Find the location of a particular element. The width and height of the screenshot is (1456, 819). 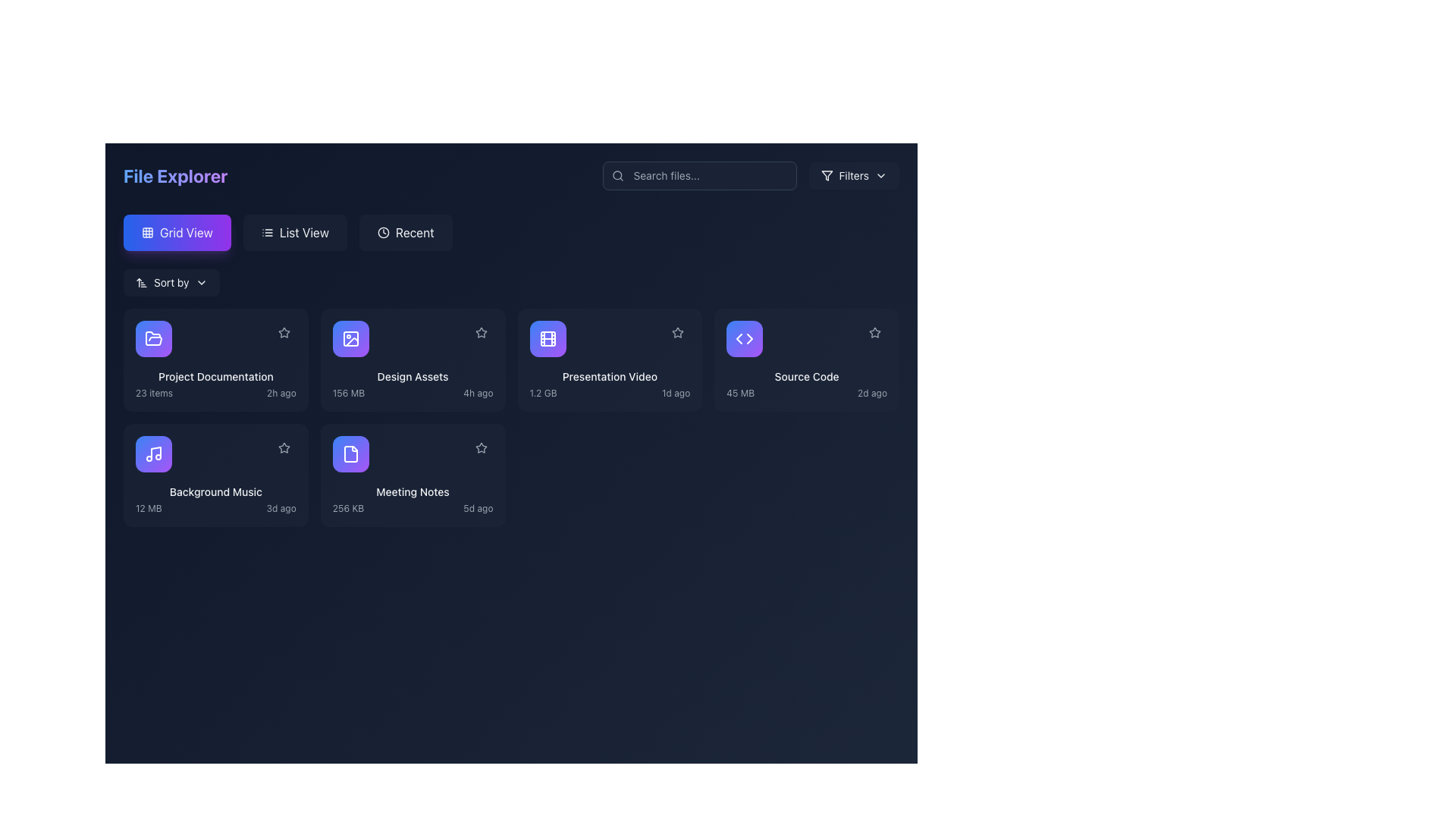

the text label displaying the file size '45 MB' located in the 'Source Code' card on the top right of the grid in the File Explorer interface is located at coordinates (740, 393).